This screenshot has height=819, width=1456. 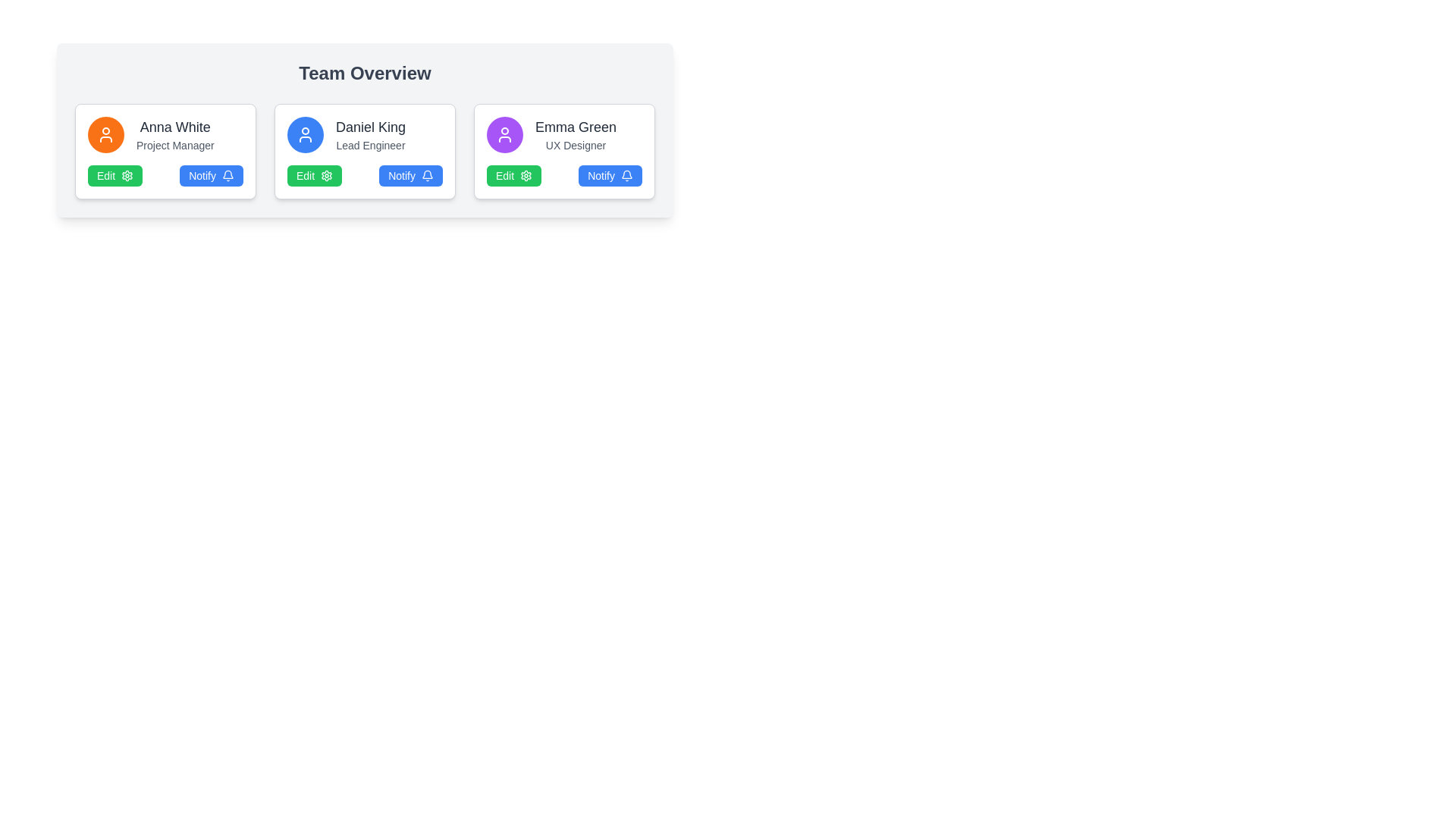 What do you see at coordinates (115, 174) in the screenshot?
I see `the green 'Edit' button with rounded corners and a settings icon, located within the card labeled 'Anna White', to trigger the hover effect` at bounding box center [115, 174].